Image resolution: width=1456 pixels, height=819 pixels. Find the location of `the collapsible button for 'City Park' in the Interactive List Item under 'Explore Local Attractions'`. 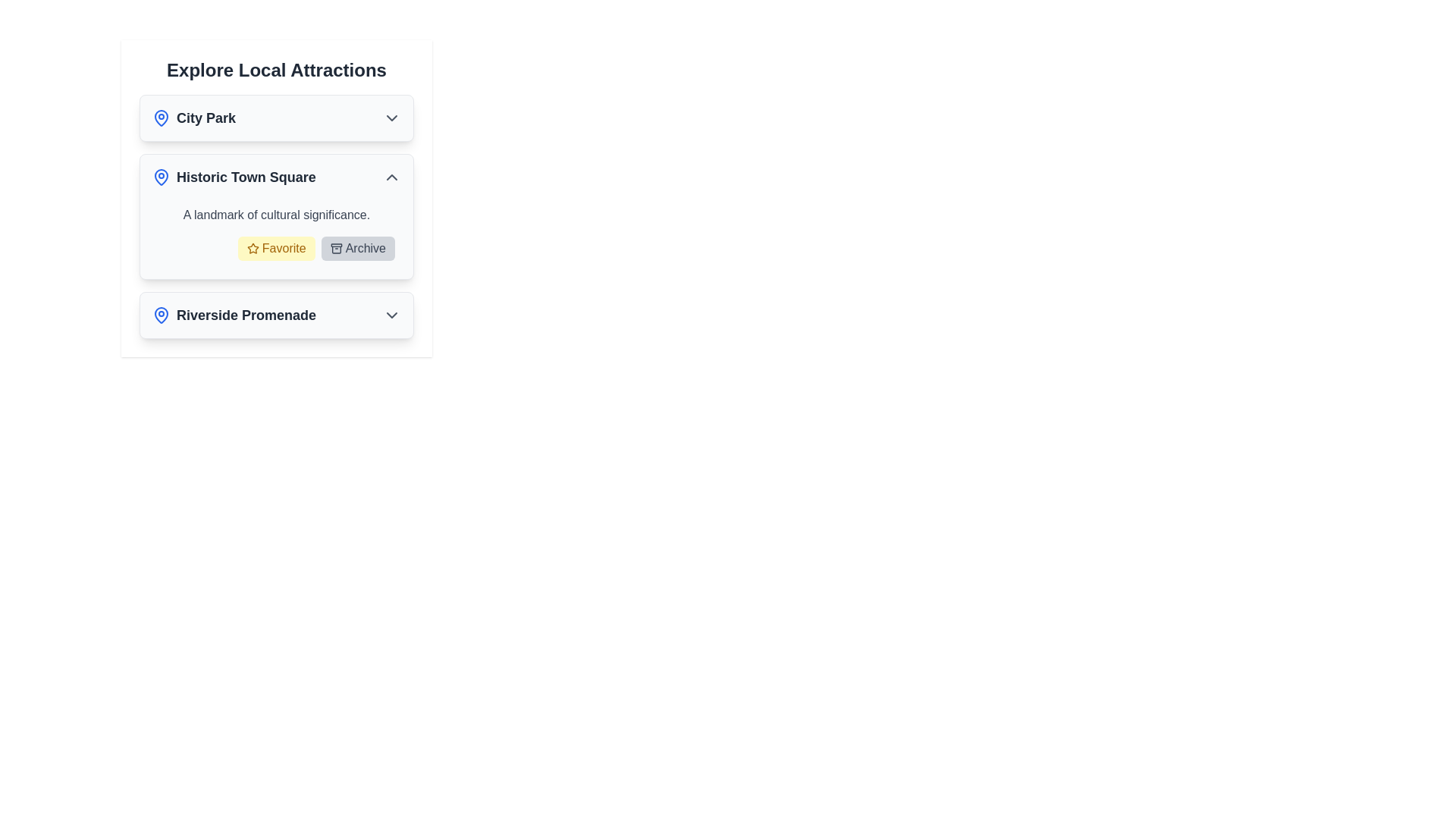

the collapsible button for 'City Park' in the Interactive List Item under 'Explore Local Attractions' is located at coordinates (276, 117).